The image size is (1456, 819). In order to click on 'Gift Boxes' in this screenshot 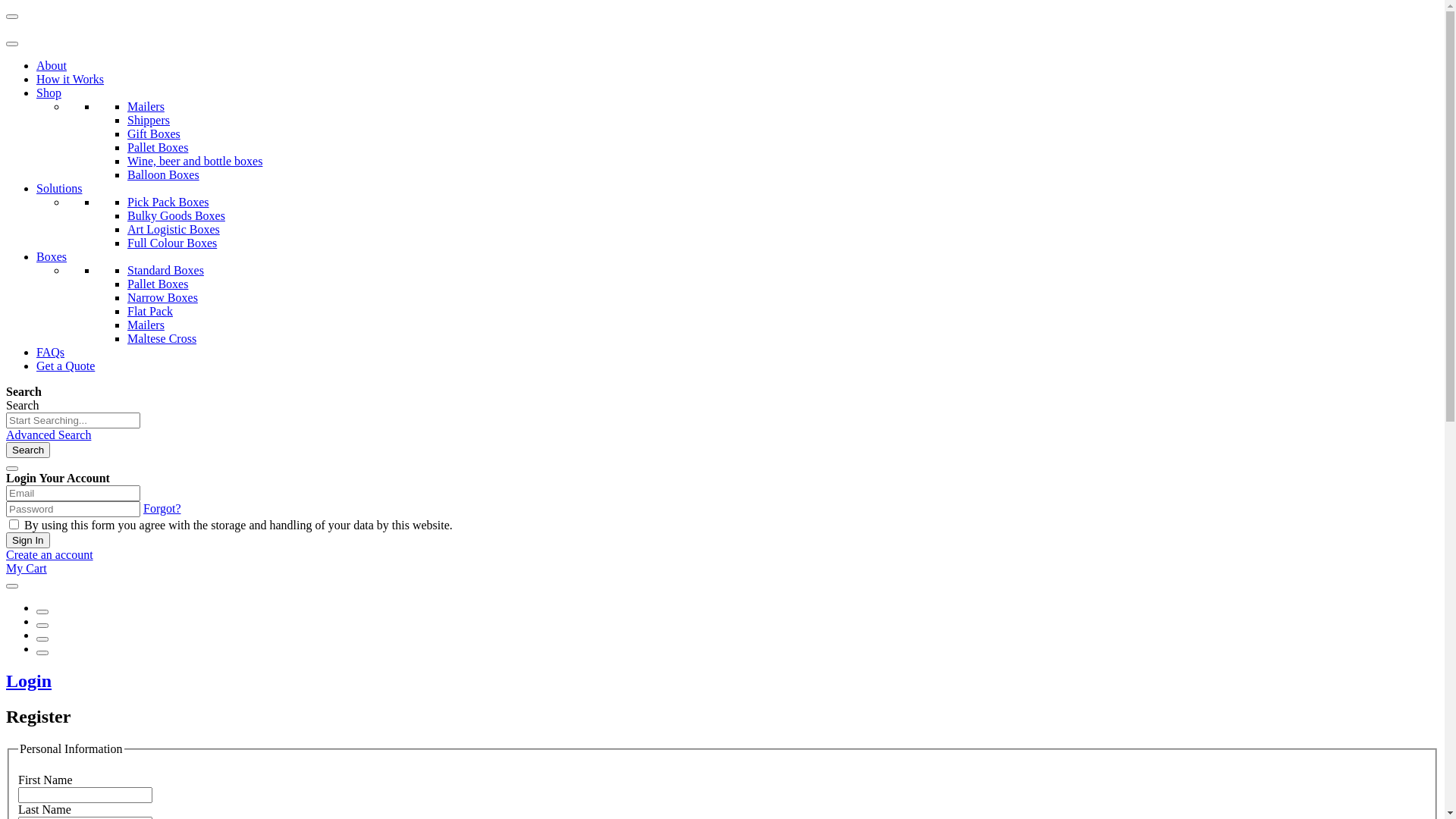, I will do `click(153, 133)`.